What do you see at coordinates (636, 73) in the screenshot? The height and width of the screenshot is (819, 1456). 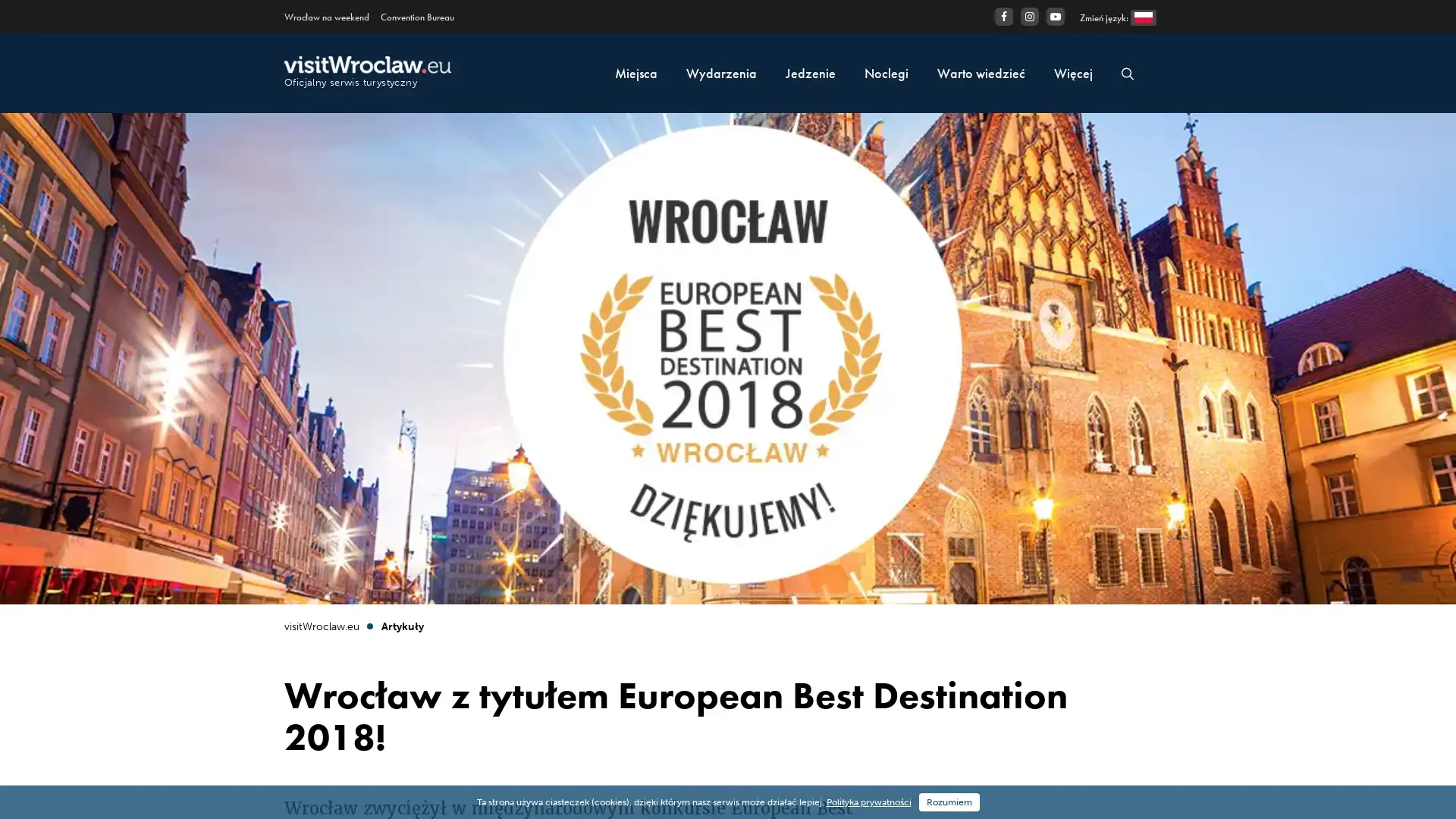 I see `Miejsca` at bounding box center [636, 73].